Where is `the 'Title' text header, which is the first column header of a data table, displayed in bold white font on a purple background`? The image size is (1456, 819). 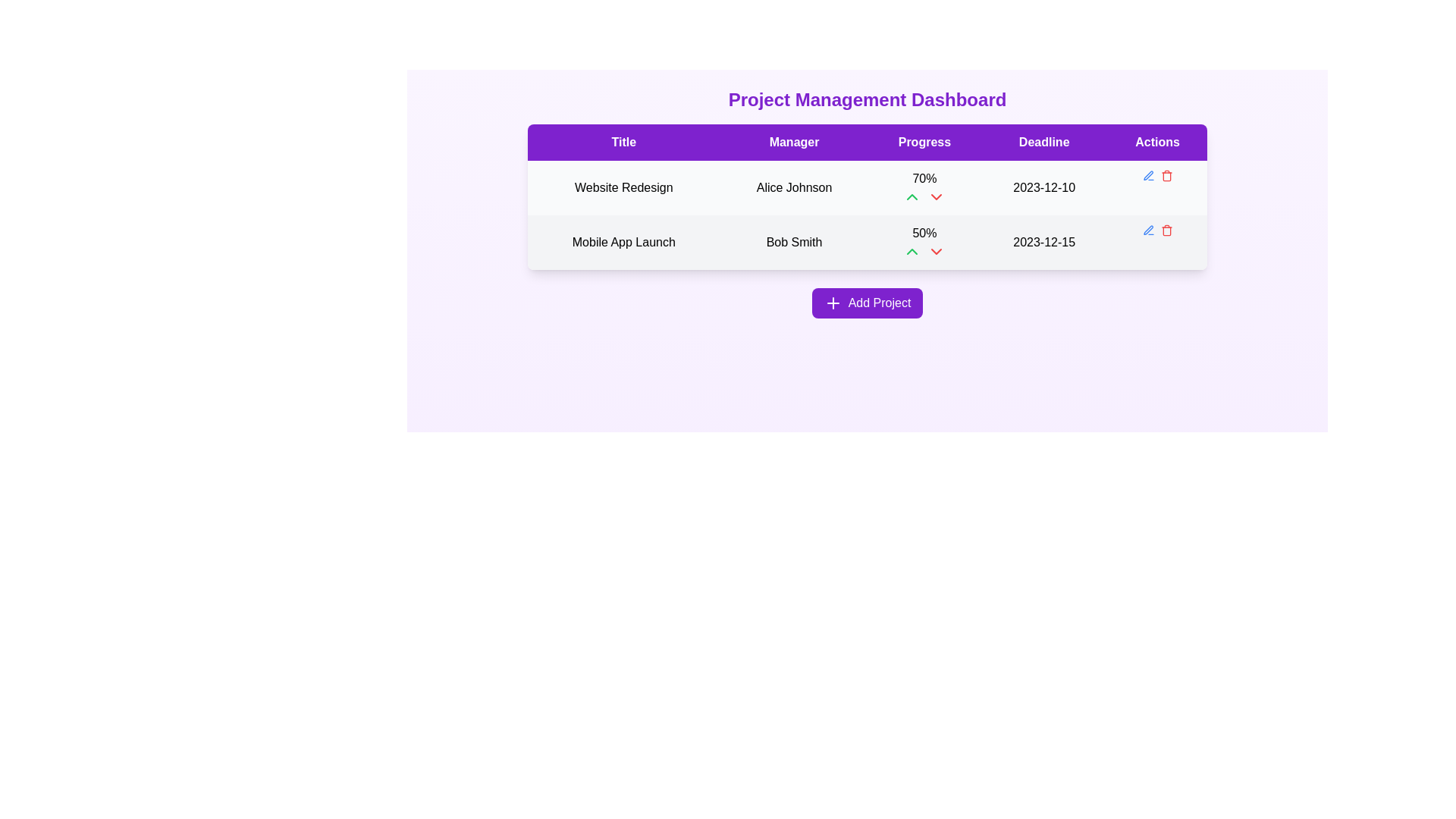
the 'Title' text header, which is the first column header of a data table, displayed in bold white font on a purple background is located at coordinates (623, 143).